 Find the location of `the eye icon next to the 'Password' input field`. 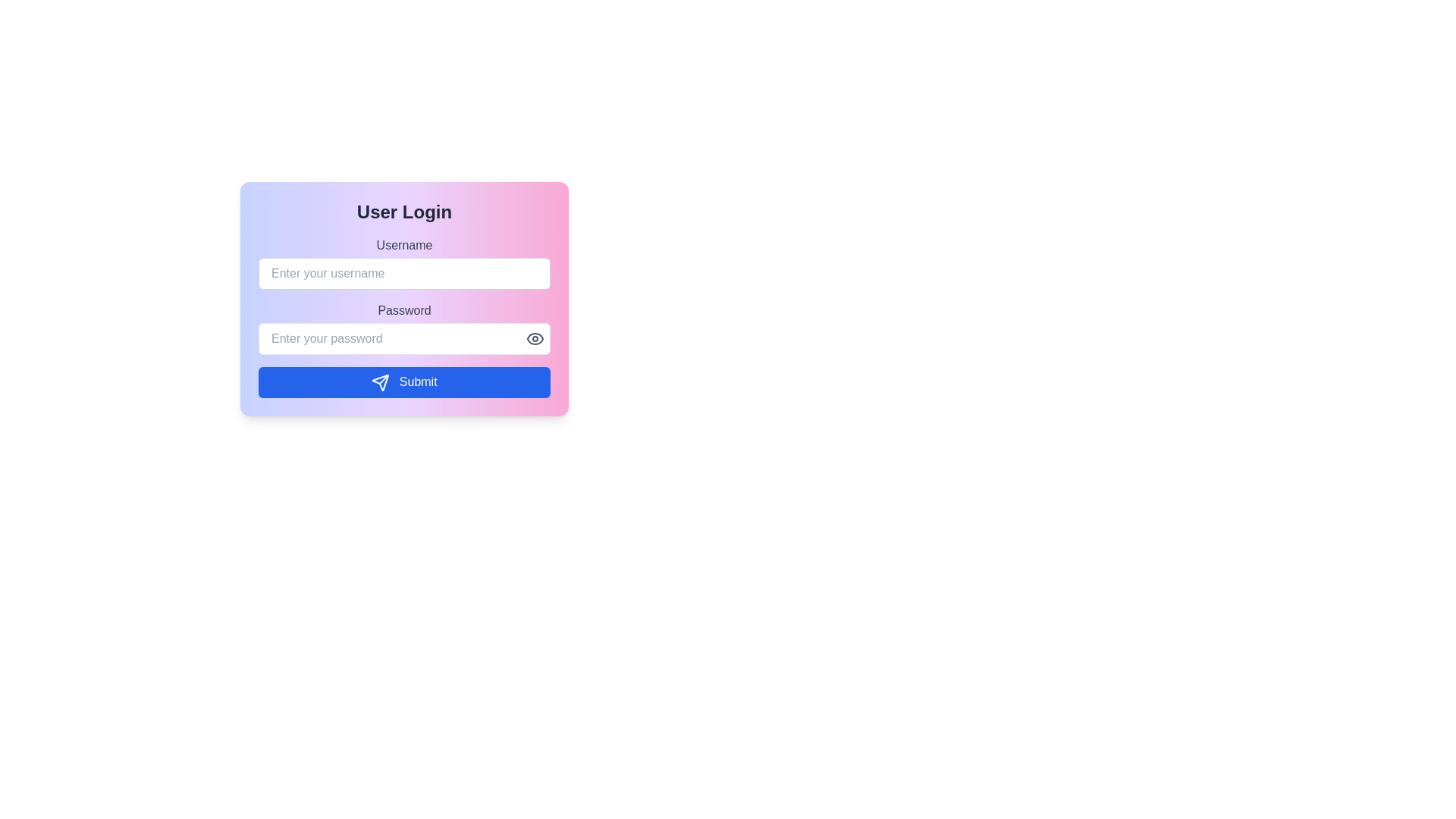

the eye icon next to the 'Password' input field is located at coordinates (404, 327).